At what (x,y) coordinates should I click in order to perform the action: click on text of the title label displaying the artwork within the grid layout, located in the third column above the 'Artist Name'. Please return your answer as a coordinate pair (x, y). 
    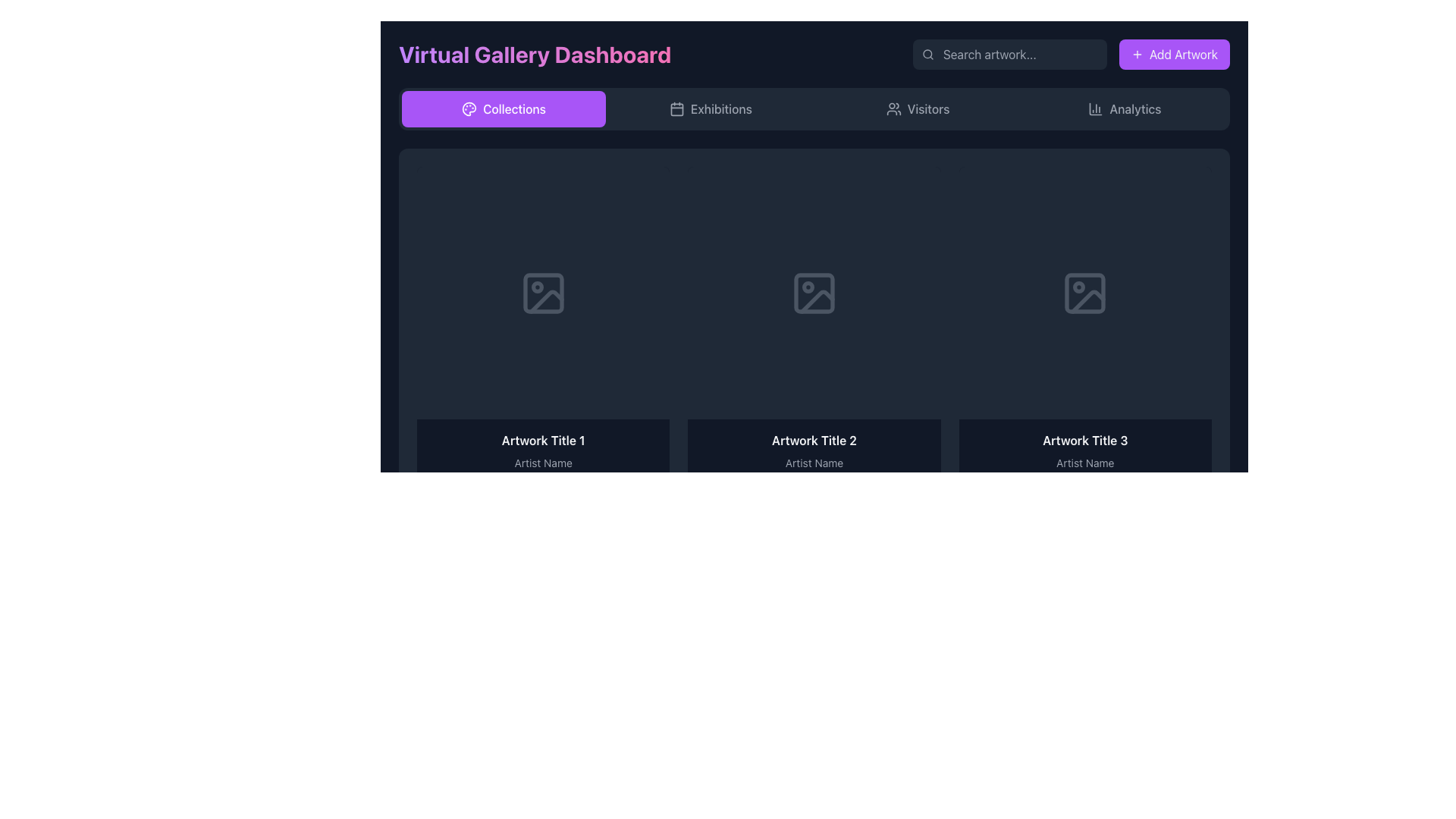
    Looking at the image, I should click on (1084, 441).